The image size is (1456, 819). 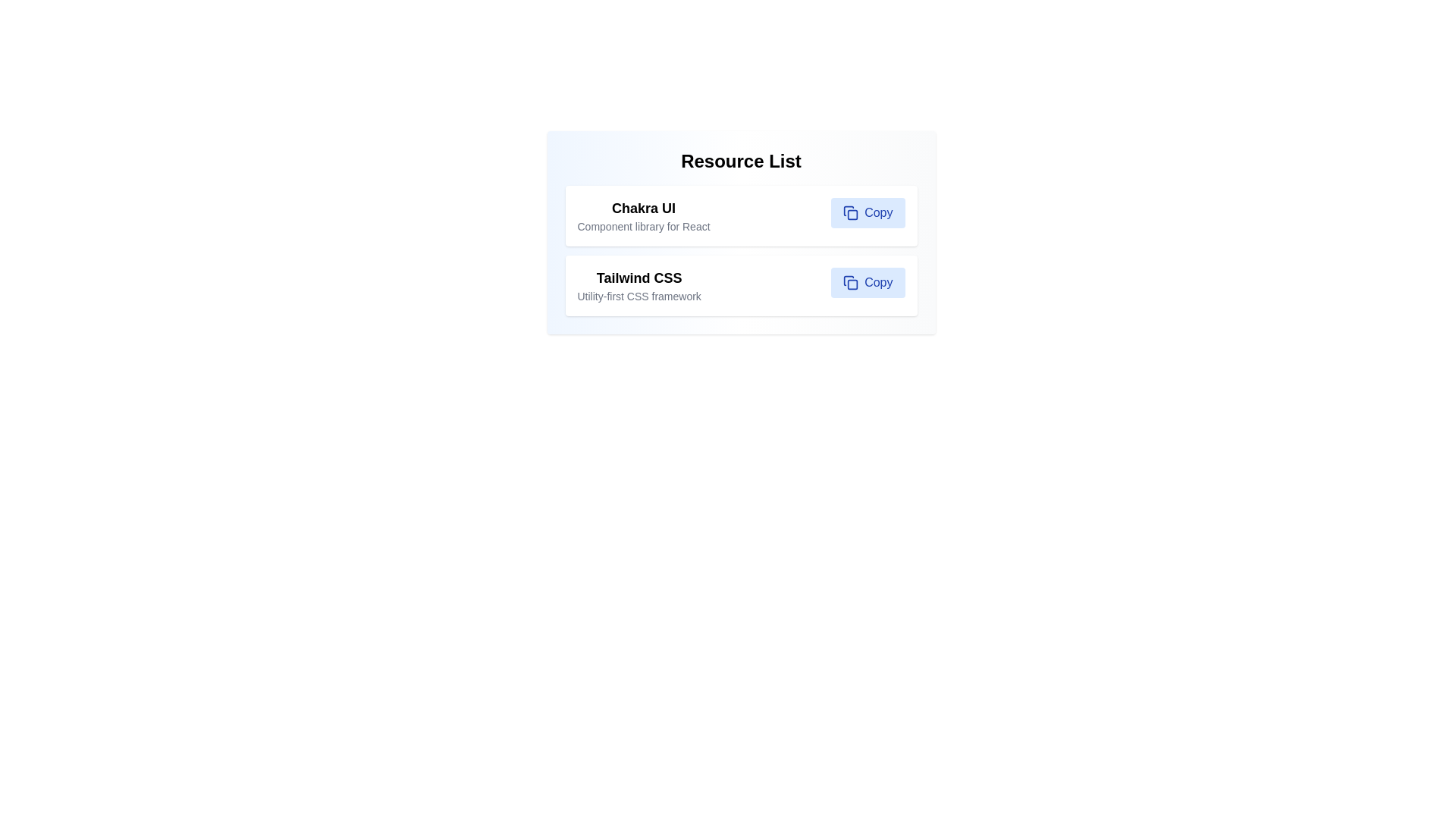 What do you see at coordinates (851, 283) in the screenshot?
I see `the 'Copy' button icon, which is represented by two overlapping squares, located to the right of the 'Tailwind CSS' entry` at bounding box center [851, 283].